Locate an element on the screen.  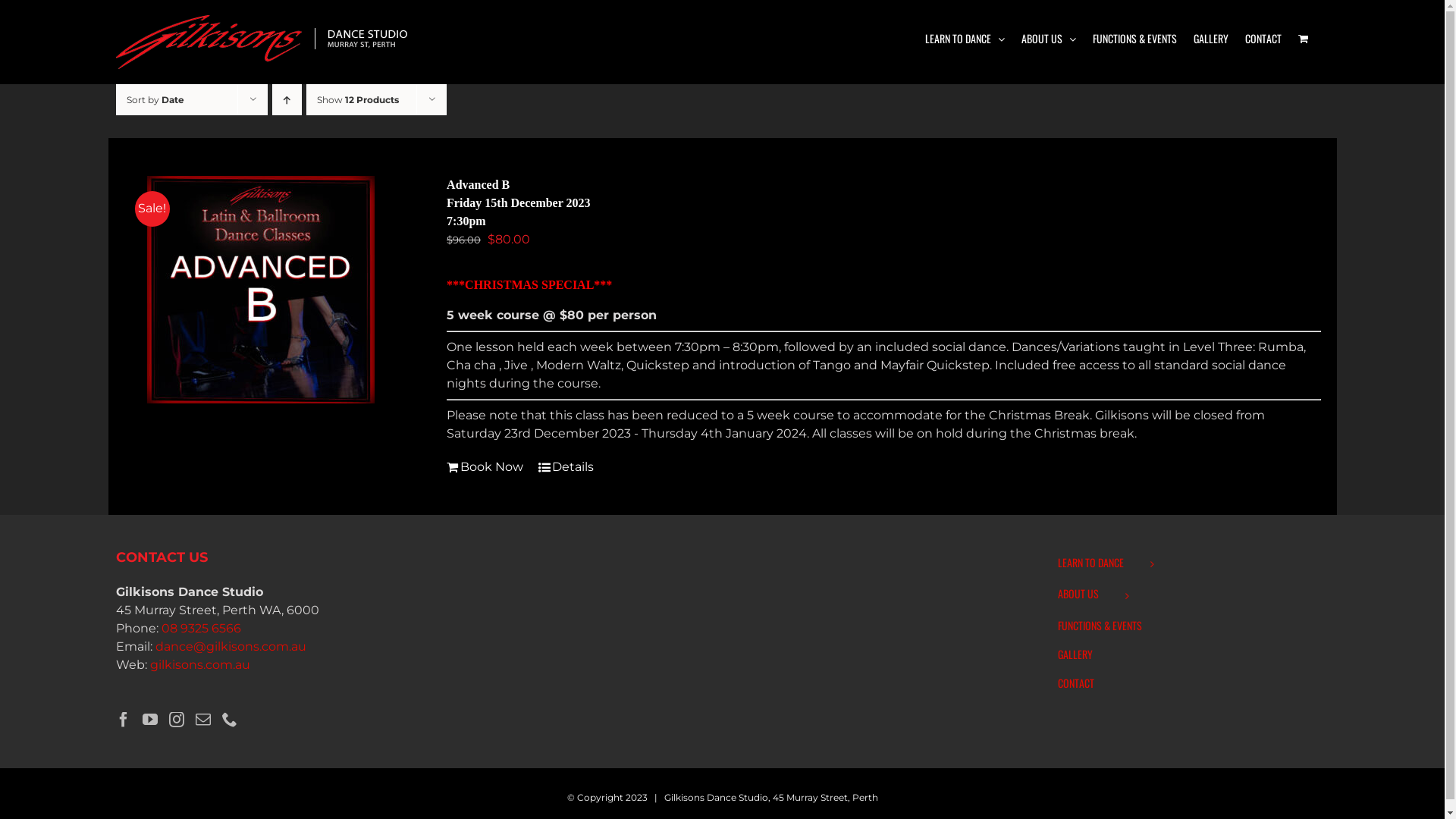
'dance@gilkisons.com.au' is located at coordinates (229, 646).